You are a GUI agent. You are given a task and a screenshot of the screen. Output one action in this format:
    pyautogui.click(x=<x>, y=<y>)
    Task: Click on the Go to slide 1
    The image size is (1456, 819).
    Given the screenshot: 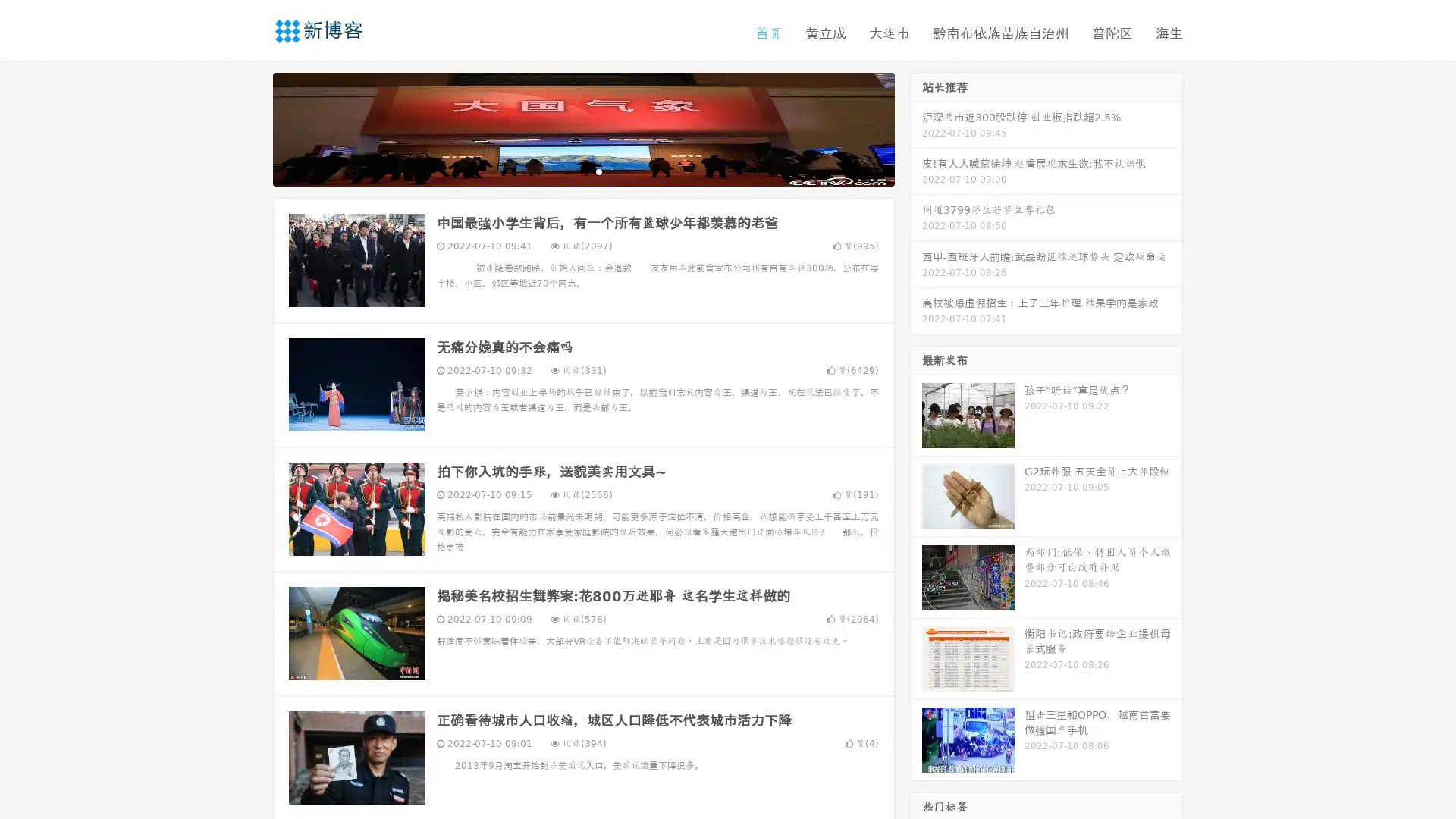 What is the action you would take?
    pyautogui.click(x=567, y=171)
    